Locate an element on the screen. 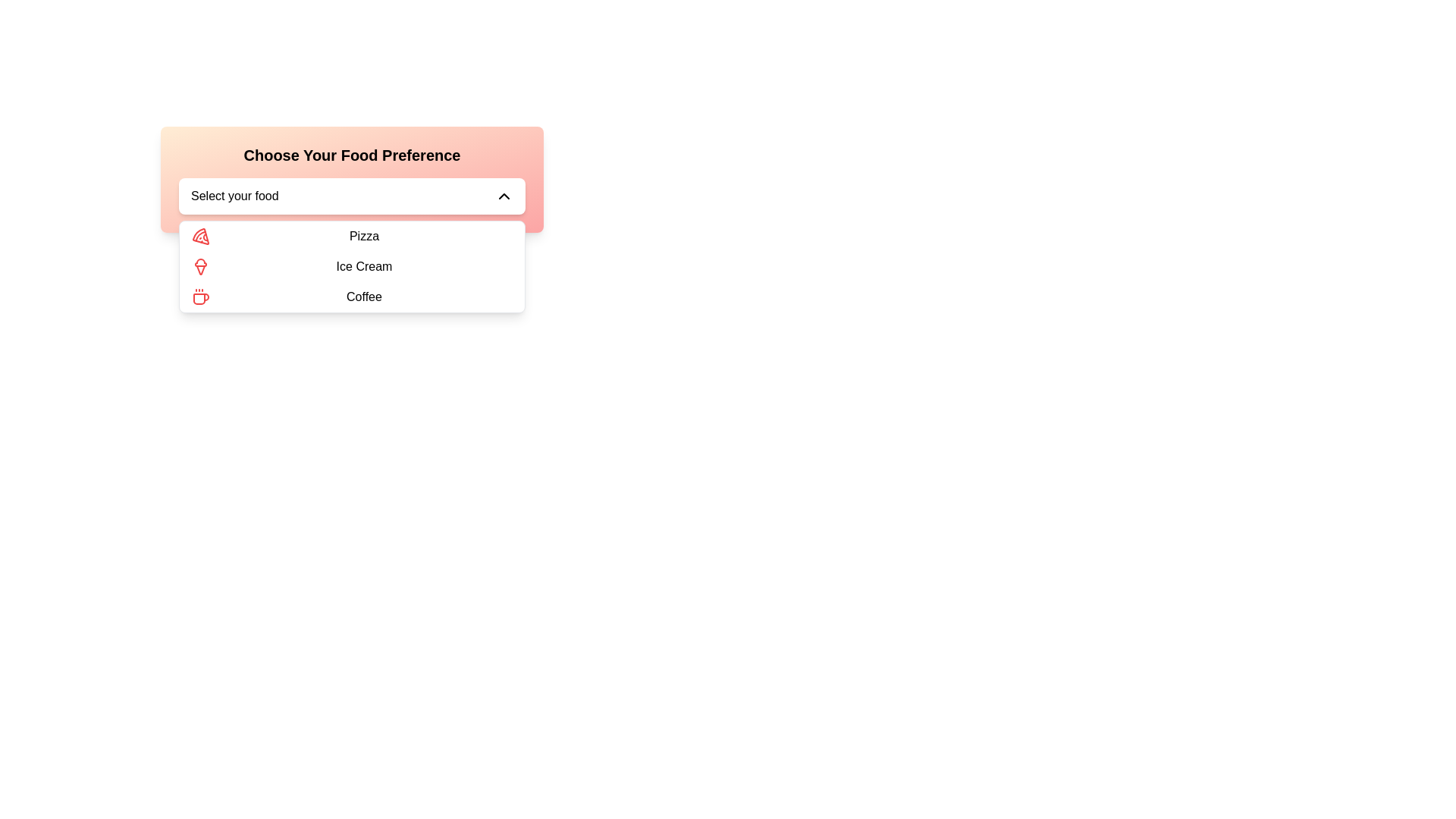 The width and height of the screenshot is (1456, 819). the 'Ice Cream' menu item in the dropdown menu is located at coordinates (351, 265).